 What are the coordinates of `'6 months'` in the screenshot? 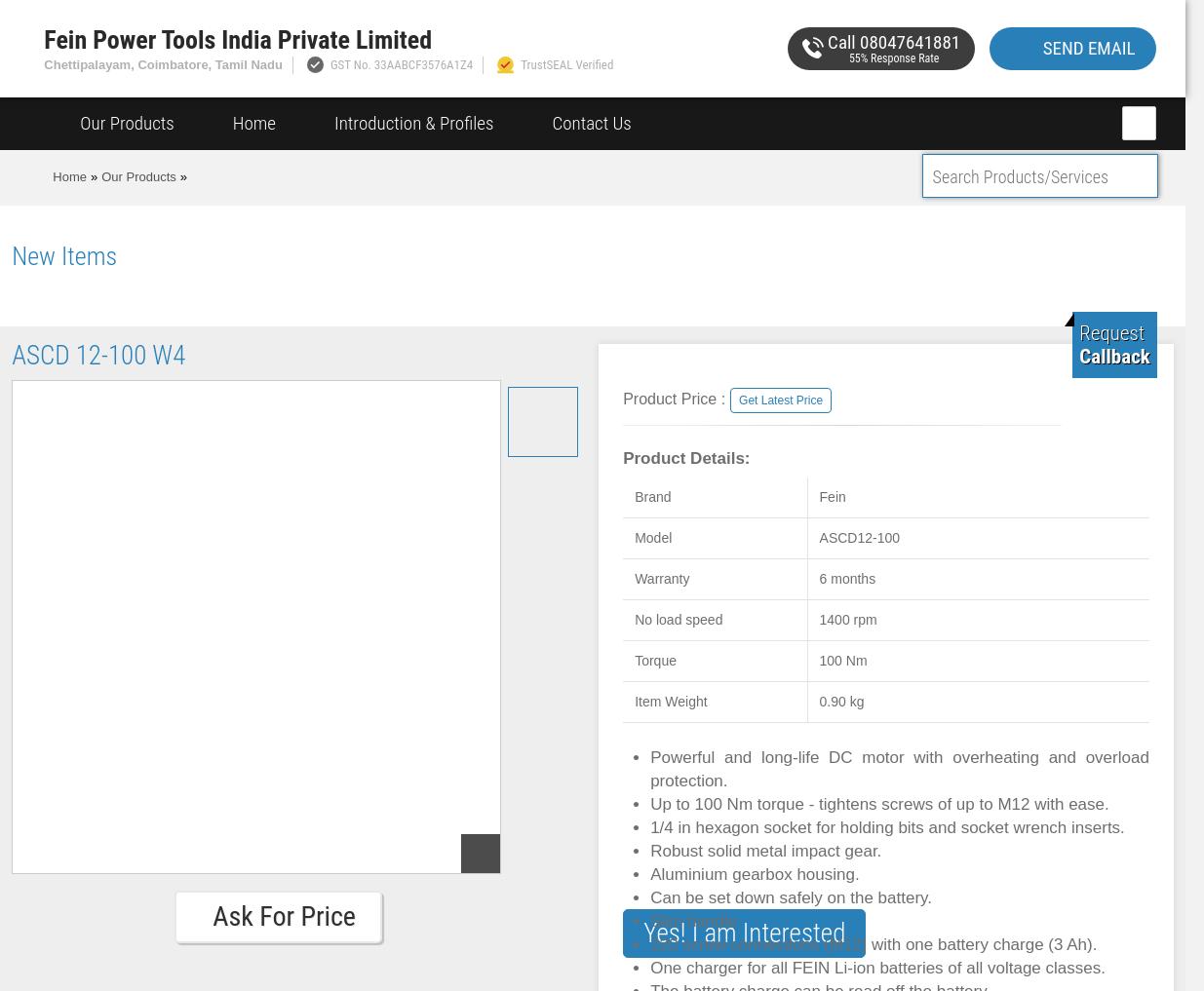 It's located at (845, 578).